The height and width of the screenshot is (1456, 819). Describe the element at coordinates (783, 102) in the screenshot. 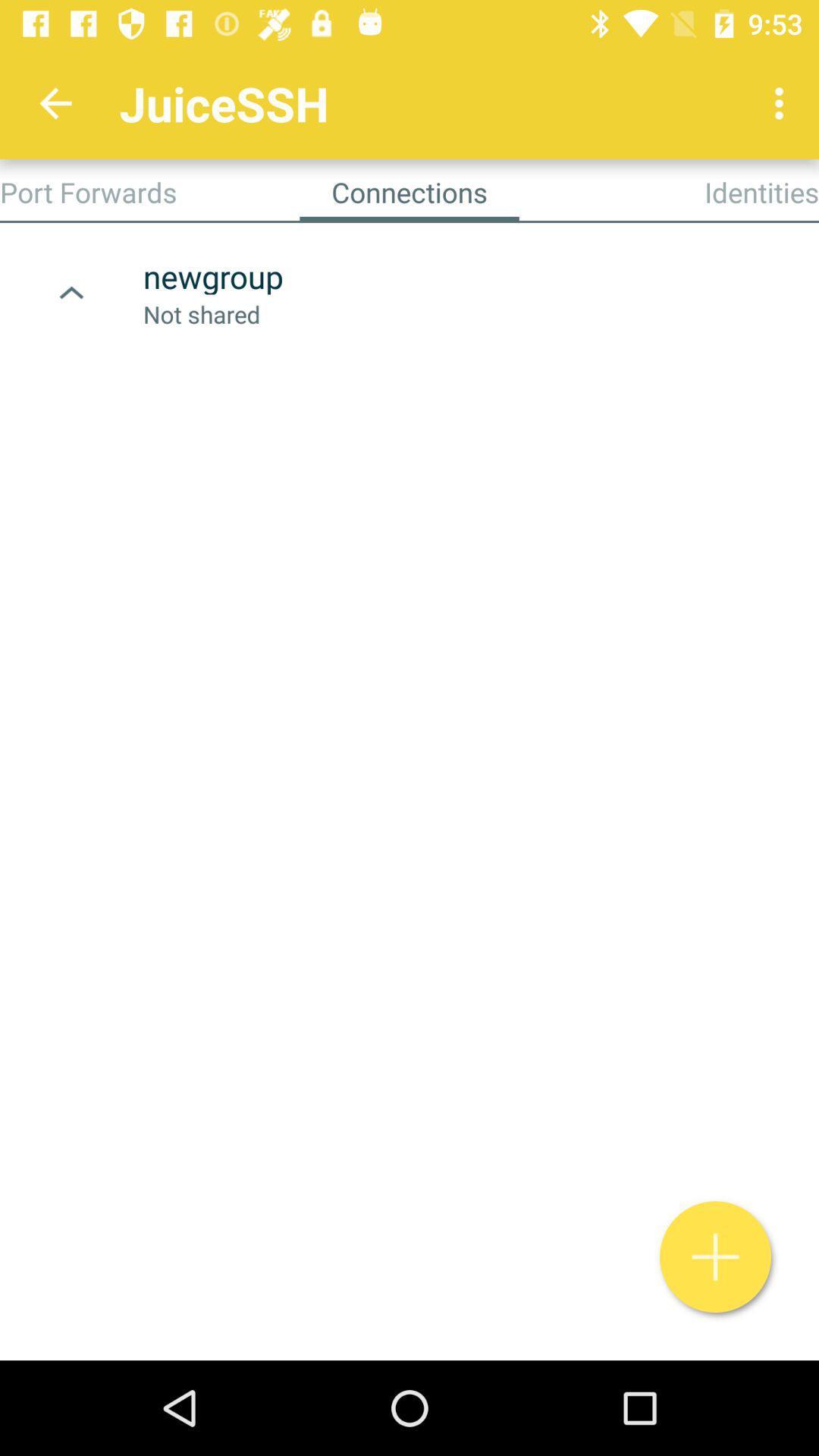

I see `the app above identities` at that location.